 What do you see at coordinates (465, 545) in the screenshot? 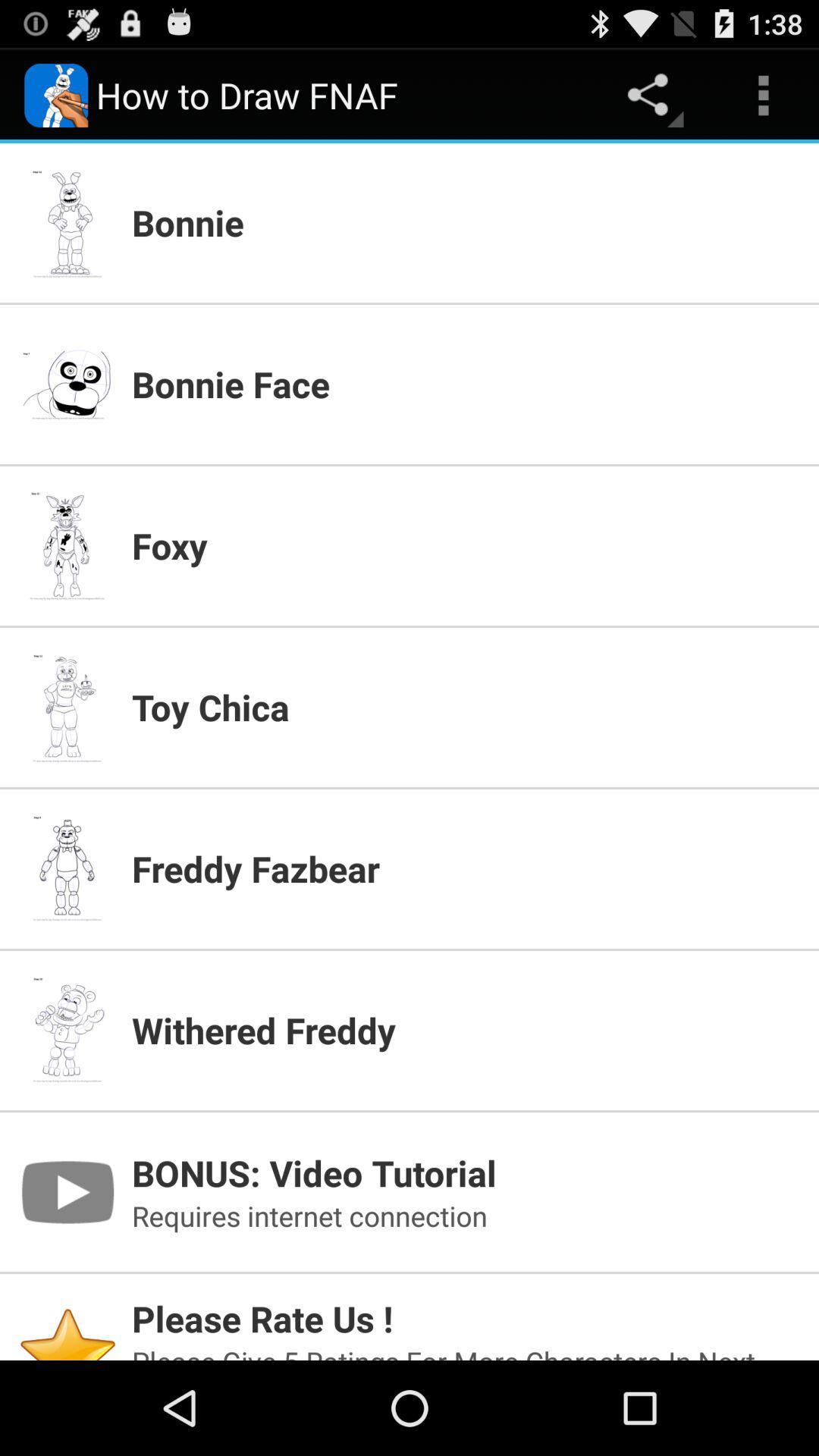
I see `the foxy item` at bounding box center [465, 545].